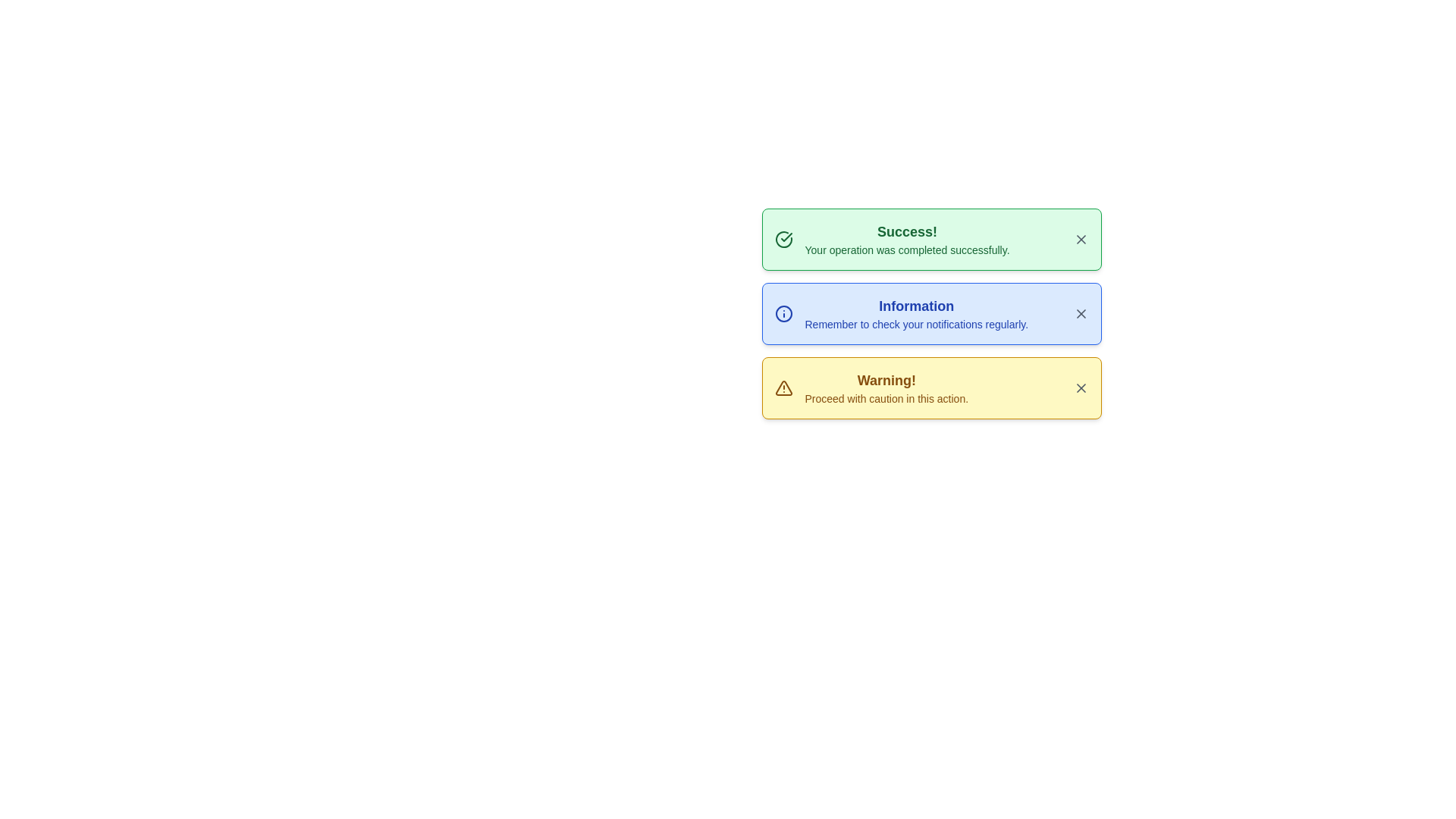 This screenshot has width=1456, height=819. Describe the element at coordinates (930, 239) in the screenshot. I see `text from the Notification card, which is the first of three stacked notification cards located at the top, above the blue 'Information' card and the yellow 'Warning' card` at that location.